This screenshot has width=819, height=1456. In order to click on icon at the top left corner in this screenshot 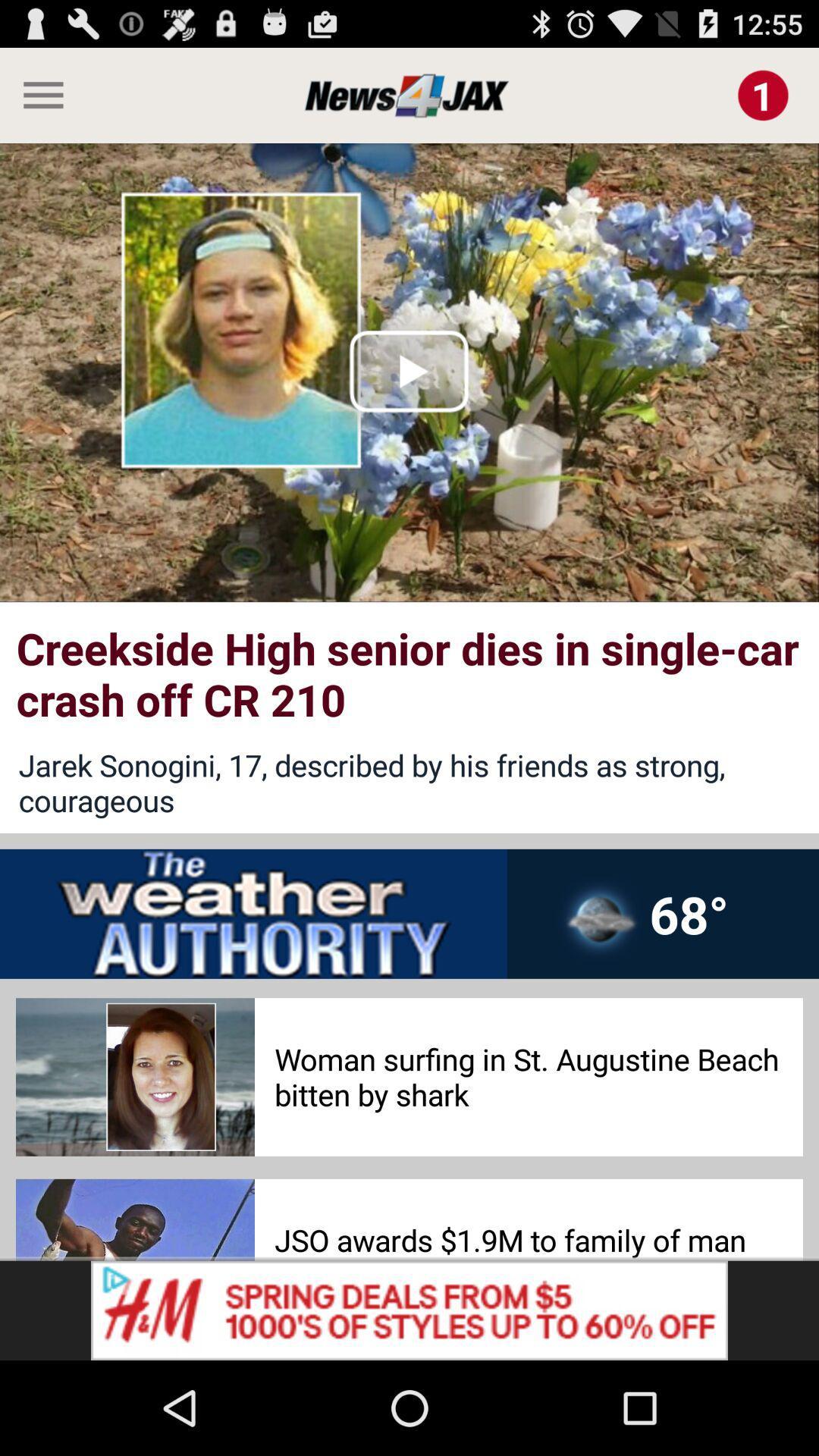, I will do `click(36, 94)`.